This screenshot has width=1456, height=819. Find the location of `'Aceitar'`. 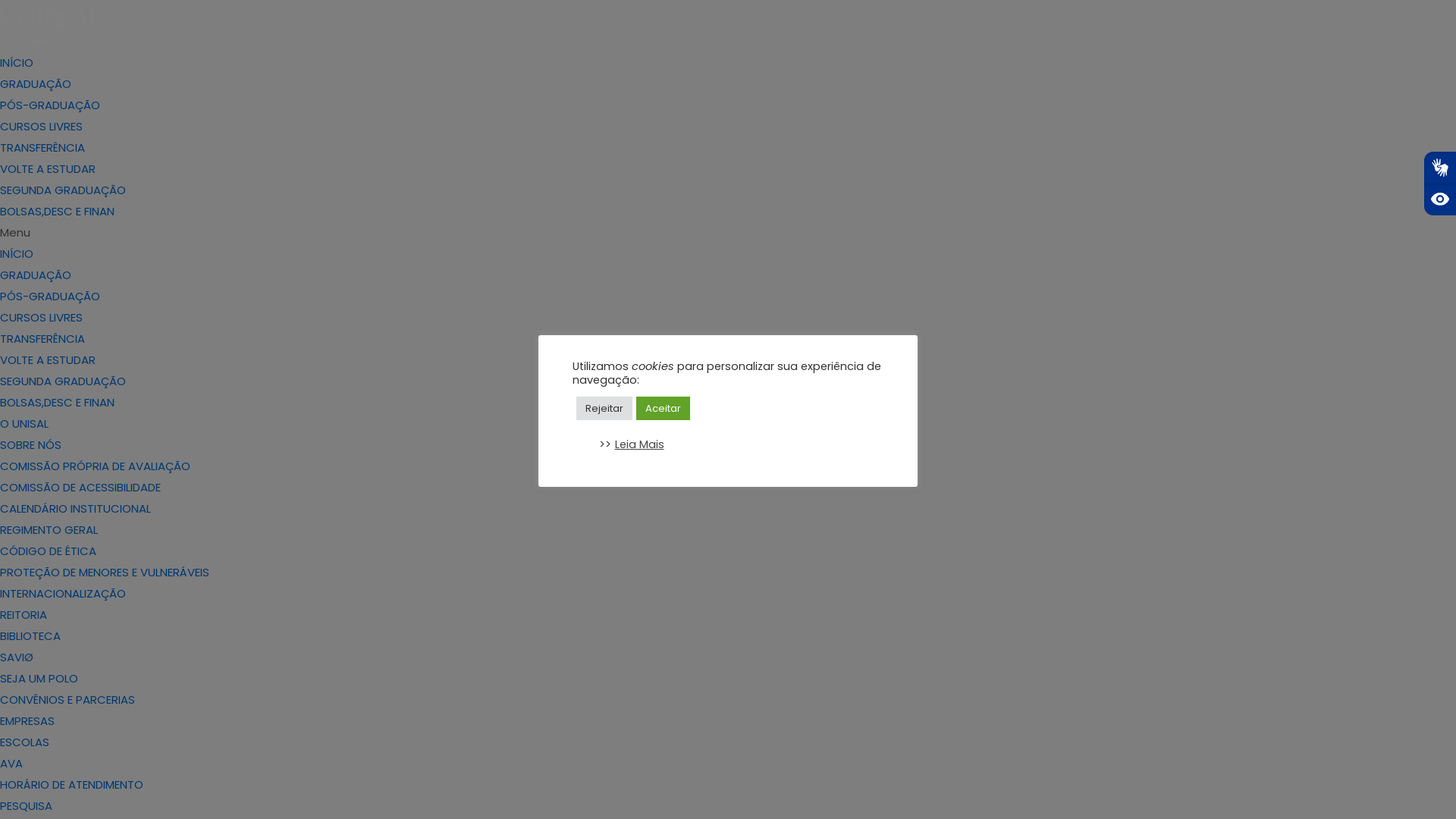

'Aceitar' is located at coordinates (663, 407).